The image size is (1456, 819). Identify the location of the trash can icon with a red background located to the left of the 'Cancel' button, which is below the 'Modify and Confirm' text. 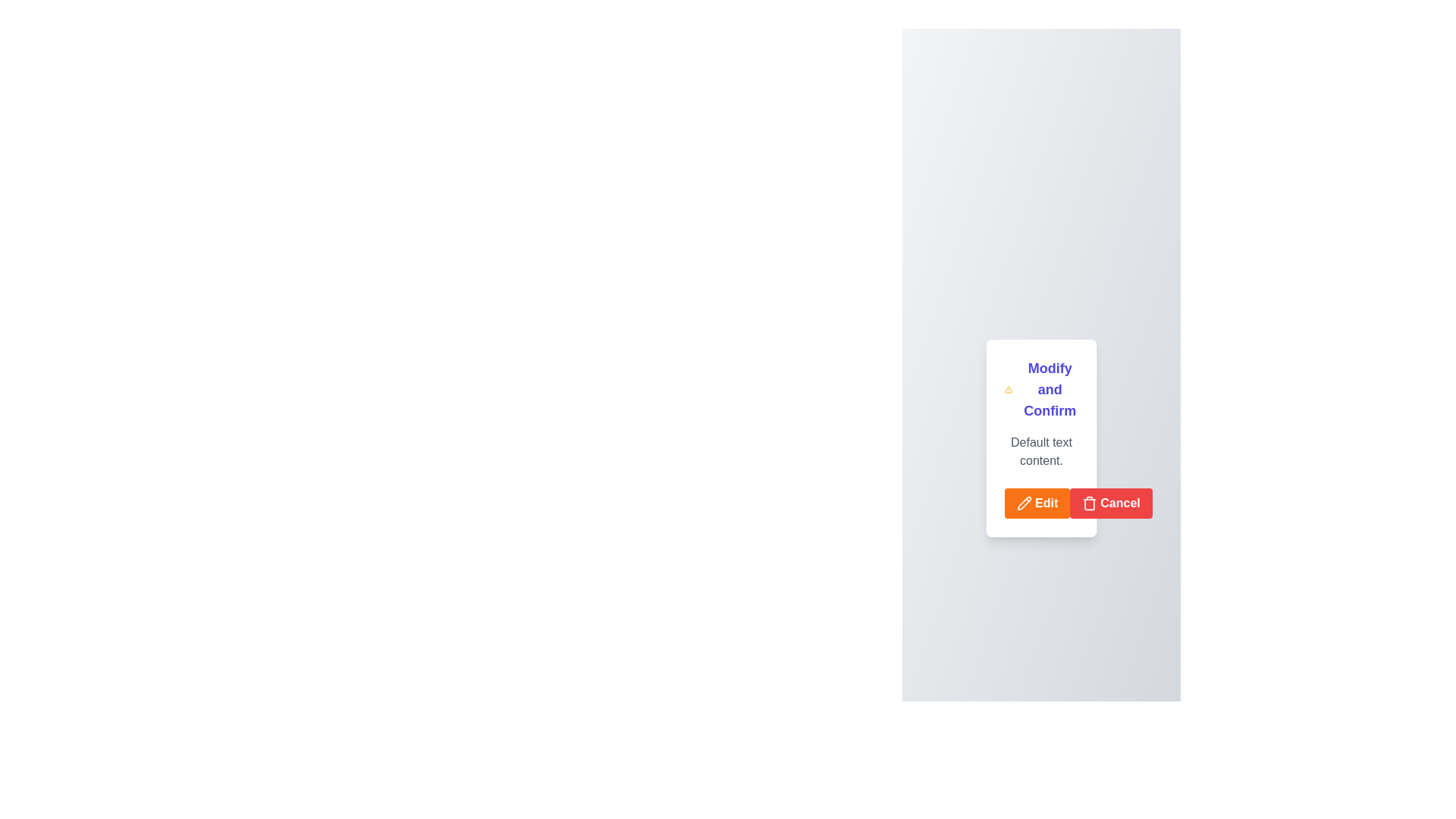
(1089, 503).